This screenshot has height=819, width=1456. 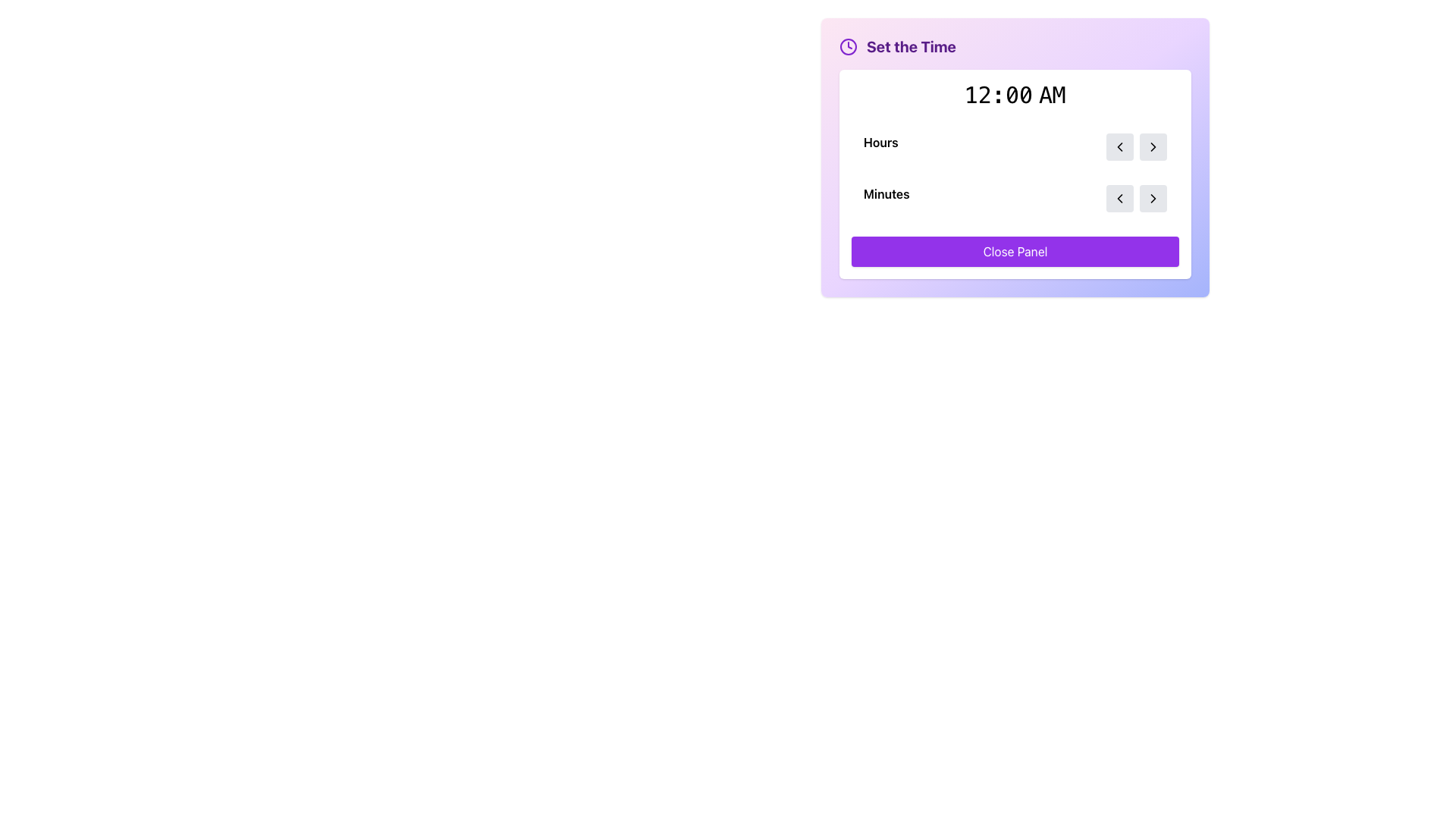 I want to click on the small right-chevron button with a light-gray background located in the 'Set the Time' dialog box to increment the hour, so click(x=1153, y=146).